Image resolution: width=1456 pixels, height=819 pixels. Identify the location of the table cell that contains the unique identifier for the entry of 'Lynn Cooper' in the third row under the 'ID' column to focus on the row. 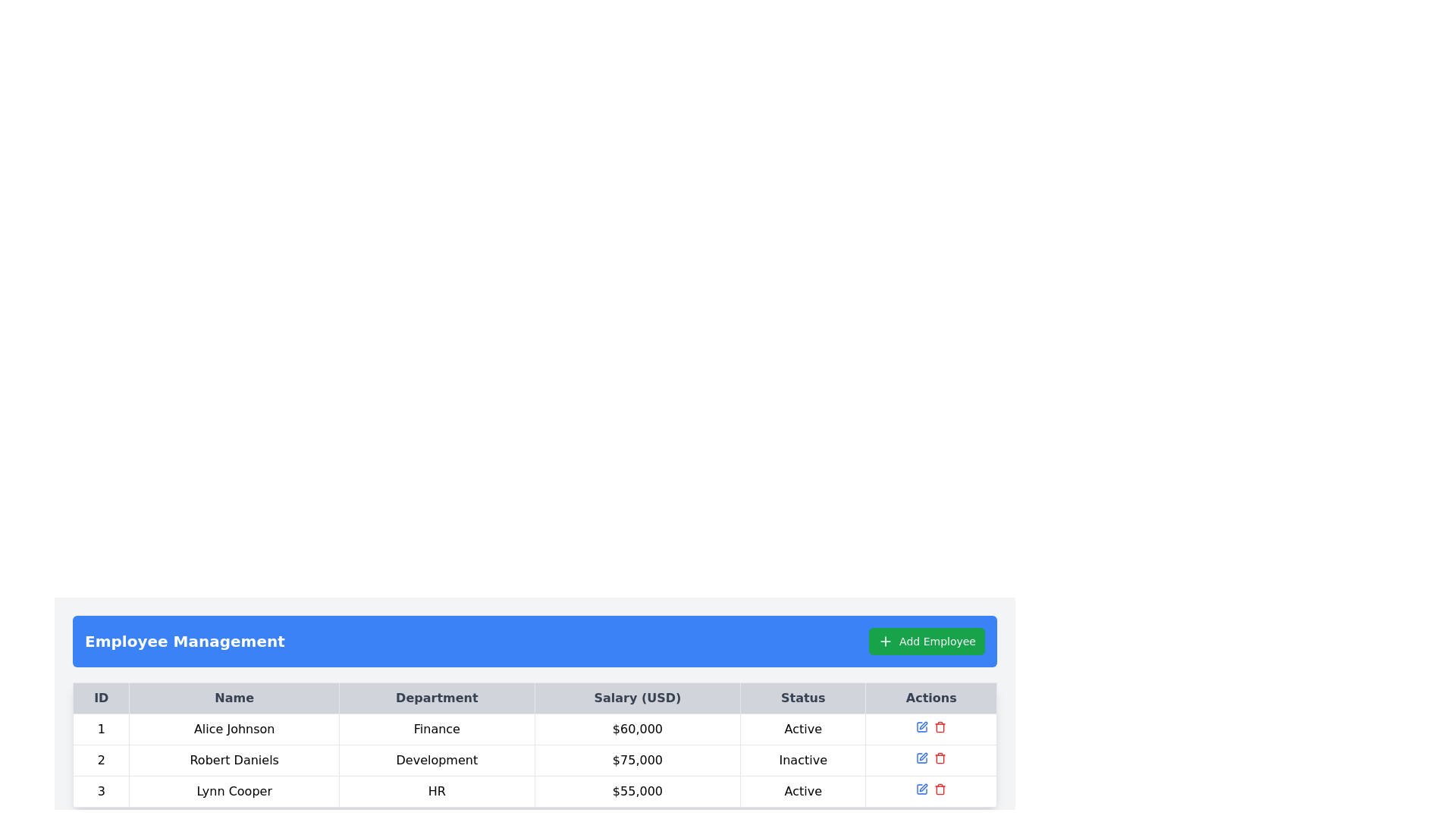
(100, 791).